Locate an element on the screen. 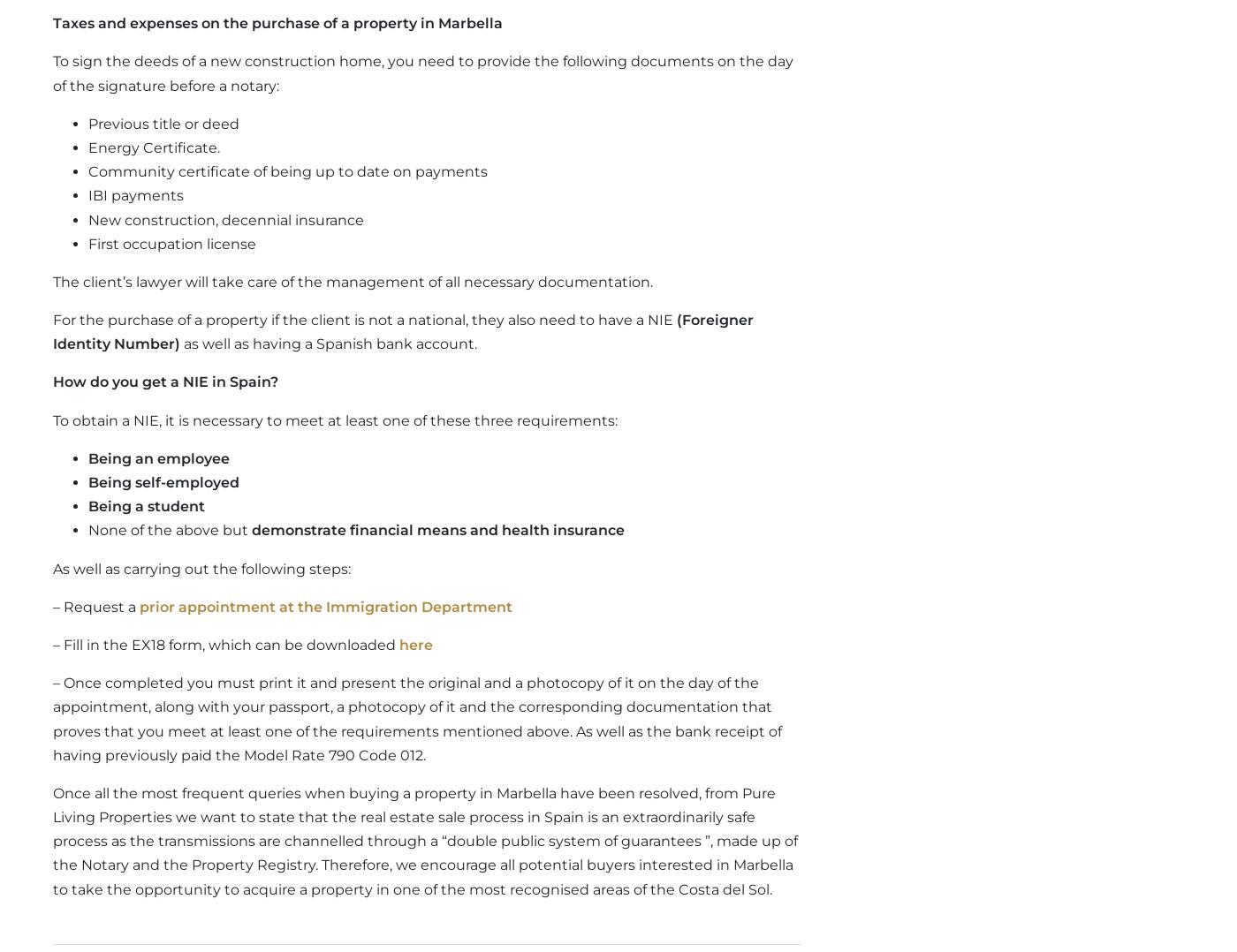 This screenshot has height=952, width=1237. '– Once completed you must print it and present the original and a photocopy of it on the day of the appointment, along with your passport, a photocopy of it and the corresponding documentation that proves that you meet at least one of the requirements mentioned above. As well as the bank receipt of having previously paid the Model Rate 790 Code 012.' is located at coordinates (417, 718).